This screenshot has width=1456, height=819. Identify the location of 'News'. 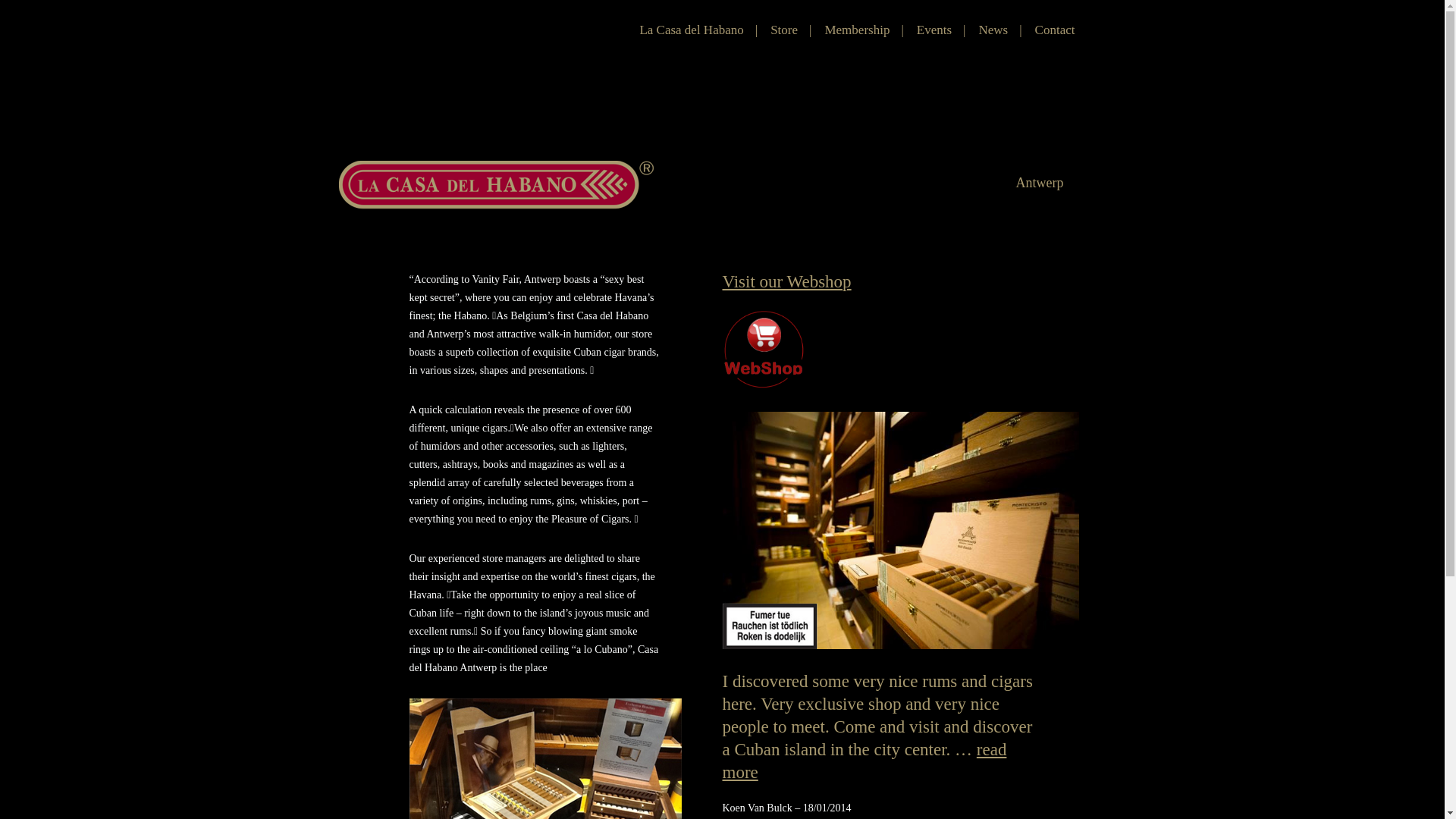
(993, 30).